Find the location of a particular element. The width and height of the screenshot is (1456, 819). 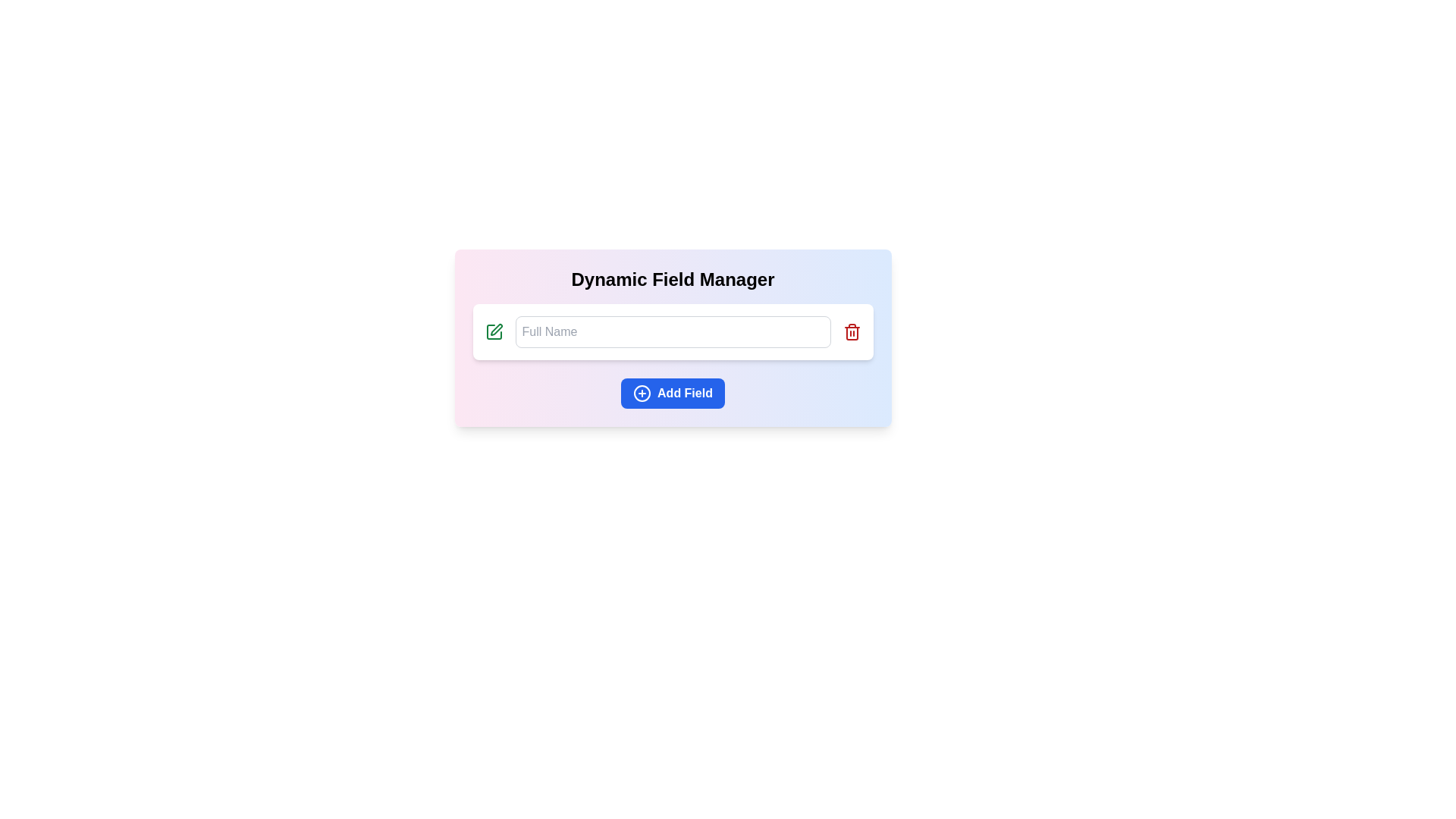

the Text Label element that serves as the header titled 'Dynamic Field Manager', positioned at the top-center of the card is located at coordinates (672, 280).